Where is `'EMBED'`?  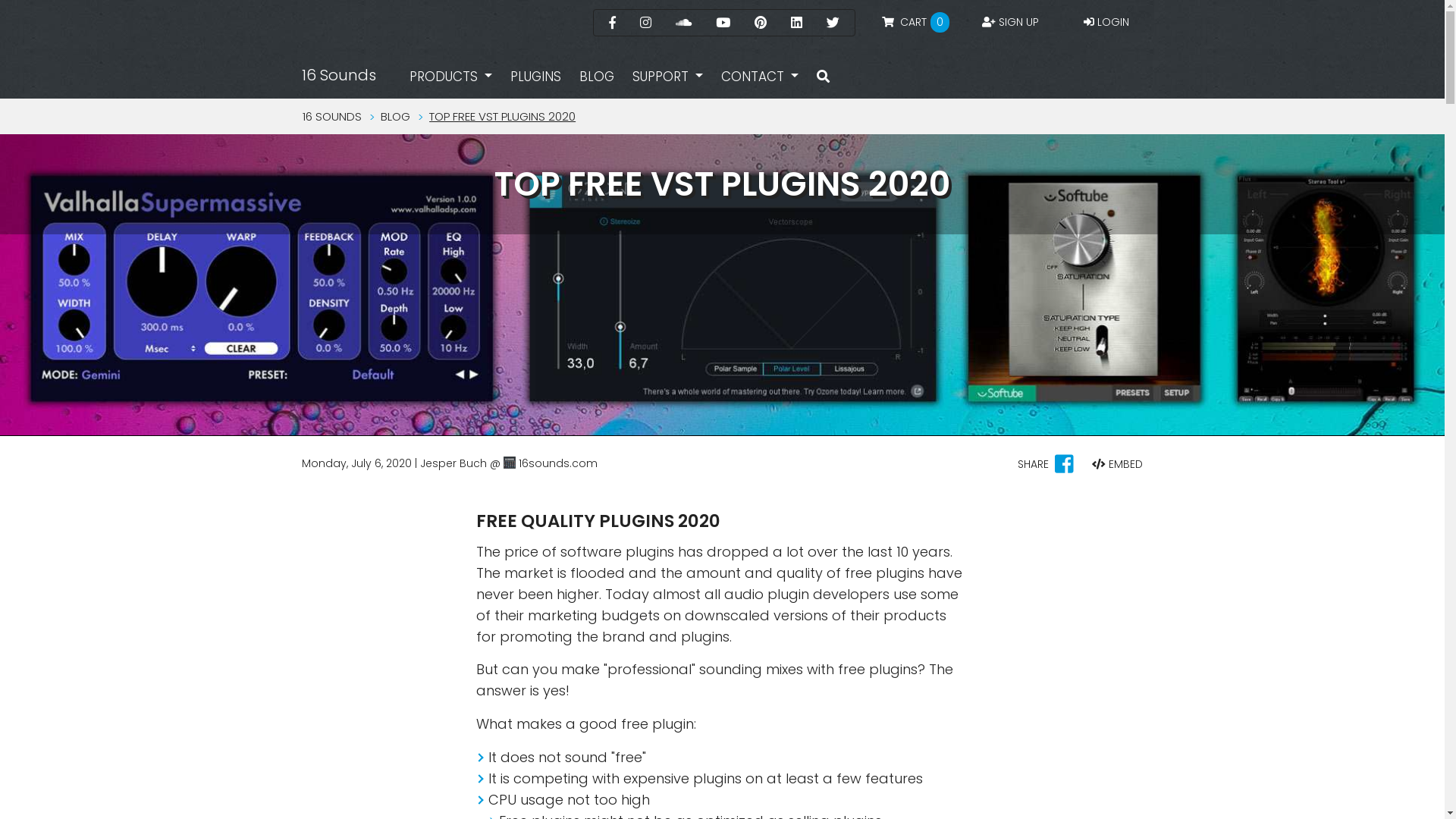 'EMBED' is located at coordinates (1117, 463).